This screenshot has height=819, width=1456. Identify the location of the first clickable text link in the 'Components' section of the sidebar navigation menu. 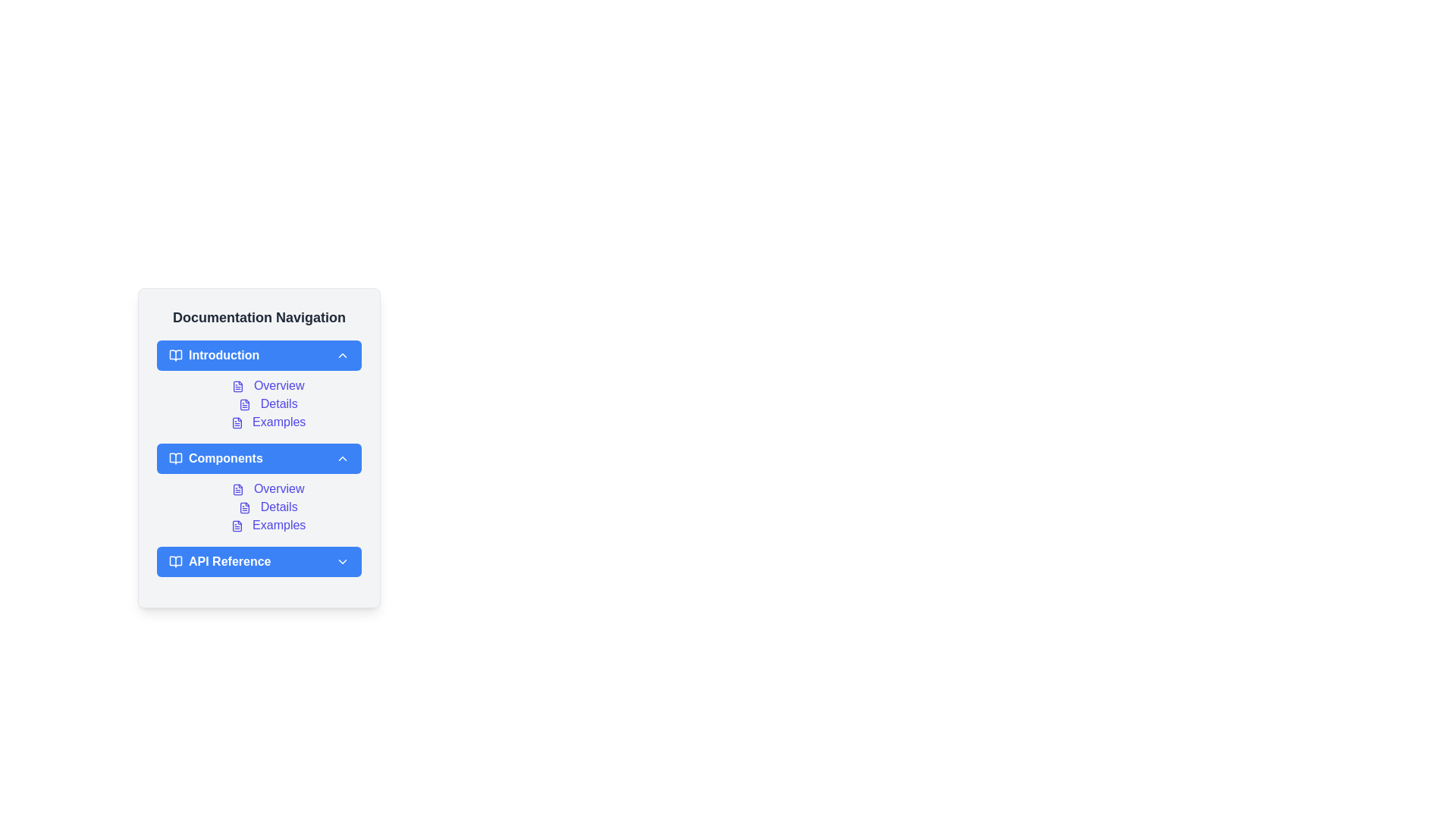
(259, 488).